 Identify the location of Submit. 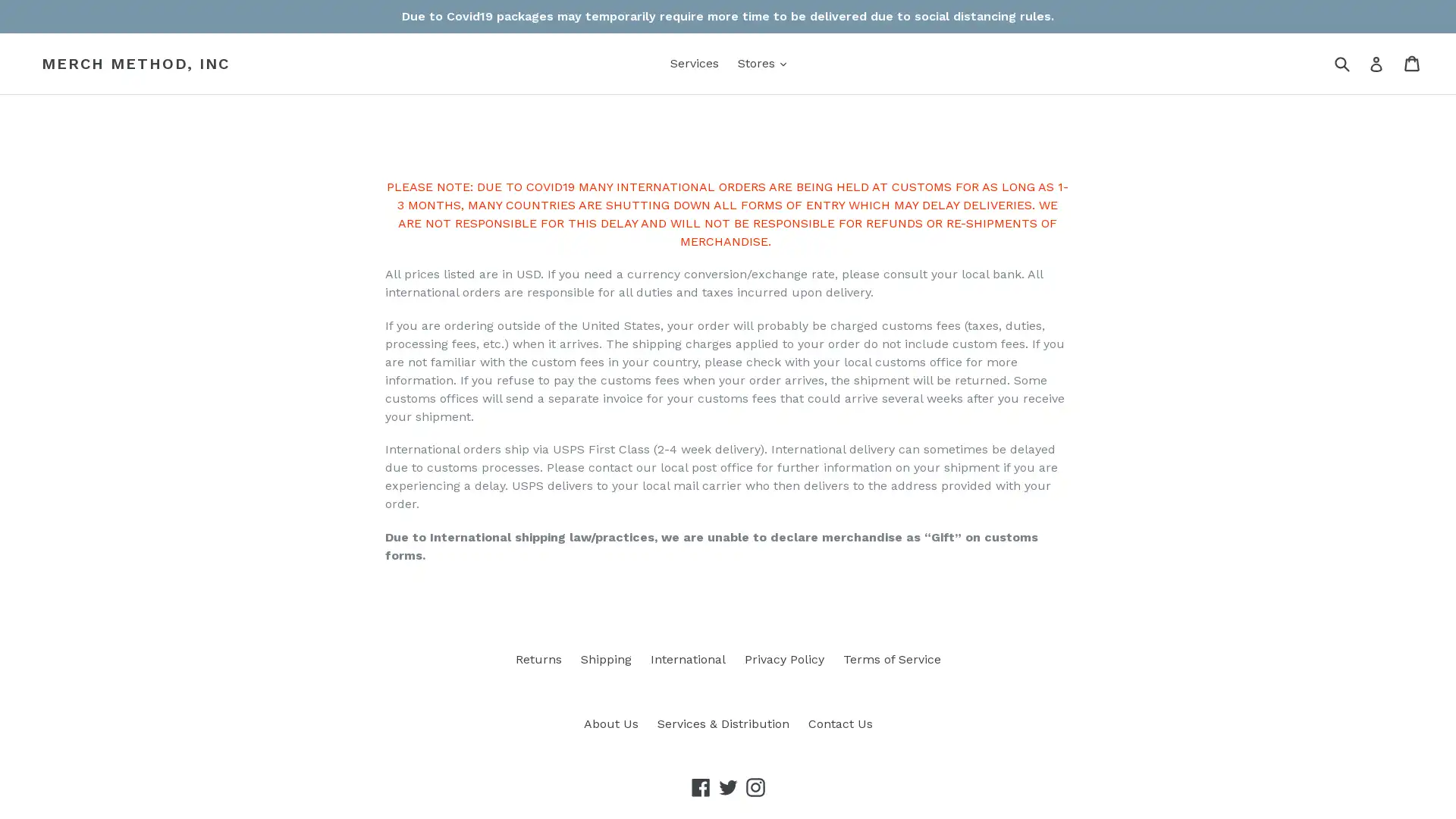
(1341, 62).